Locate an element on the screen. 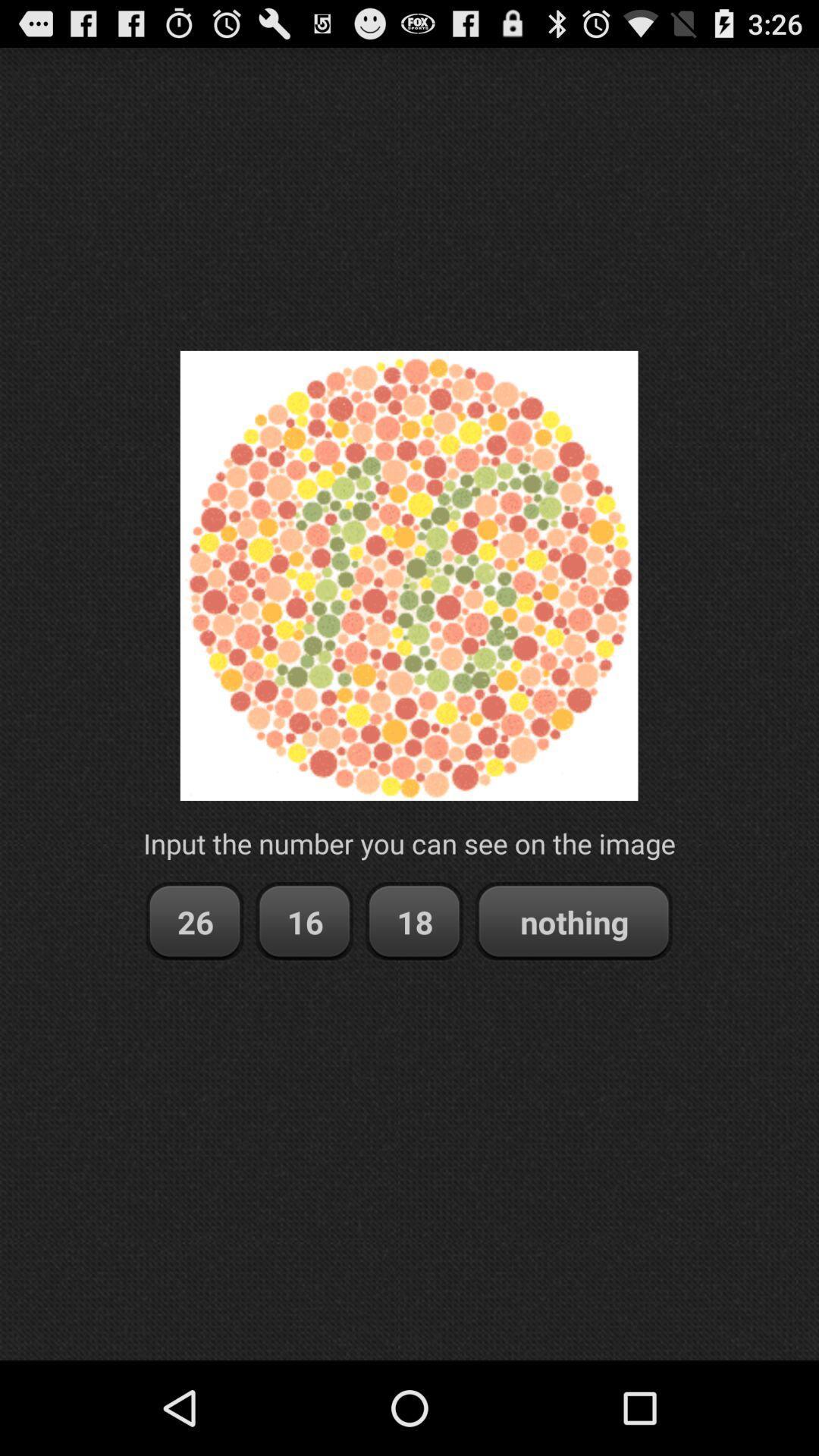 The width and height of the screenshot is (819, 1456). the nothing button is located at coordinates (573, 921).